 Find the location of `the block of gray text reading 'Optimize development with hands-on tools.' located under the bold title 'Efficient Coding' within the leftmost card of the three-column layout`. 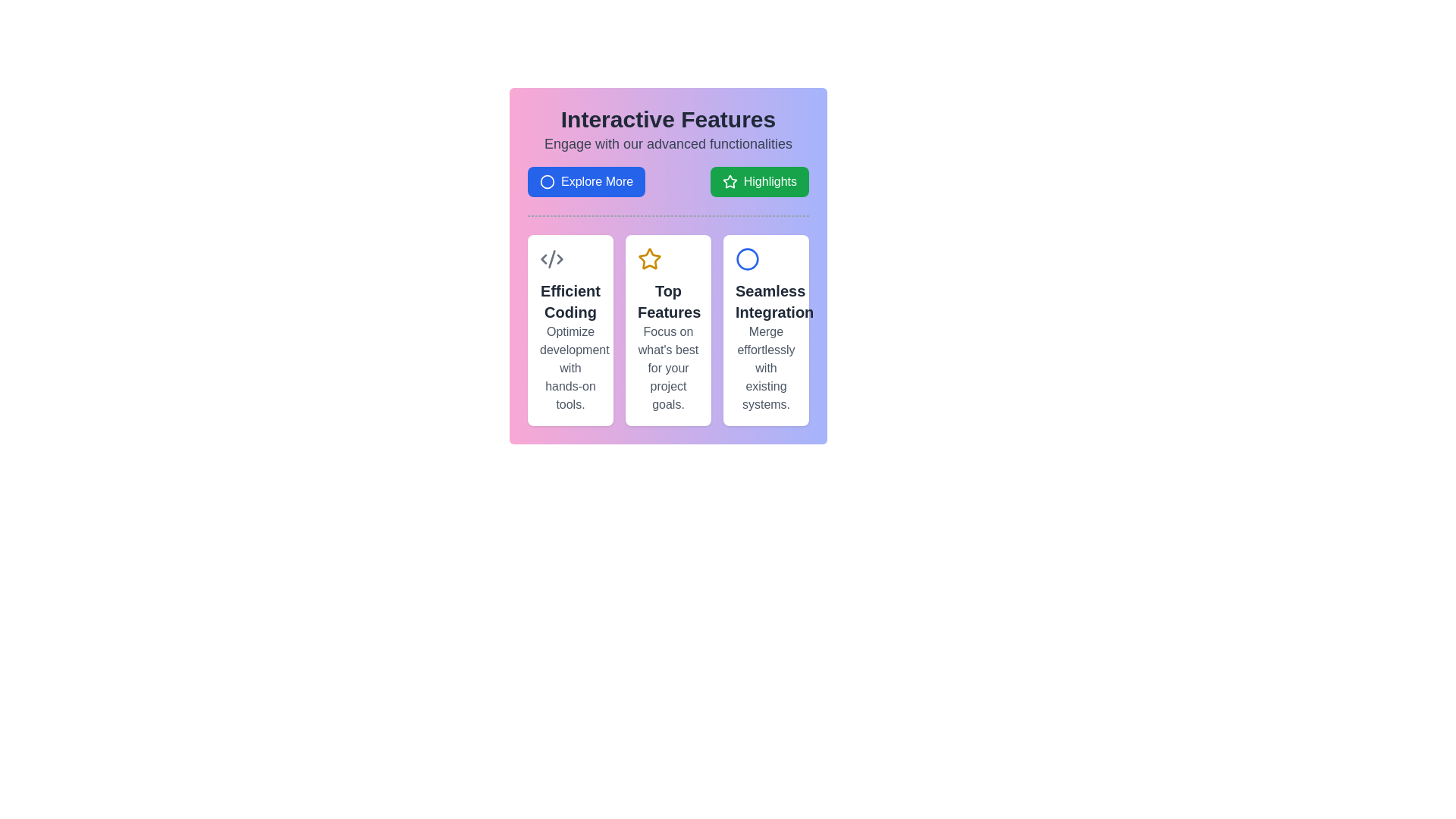

the block of gray text reading 'Optimize development with hands-on tools.' located under the bold title 'Efficient Coding' within the leftmost card of the three-column layout is located at coordinates (570, 369).